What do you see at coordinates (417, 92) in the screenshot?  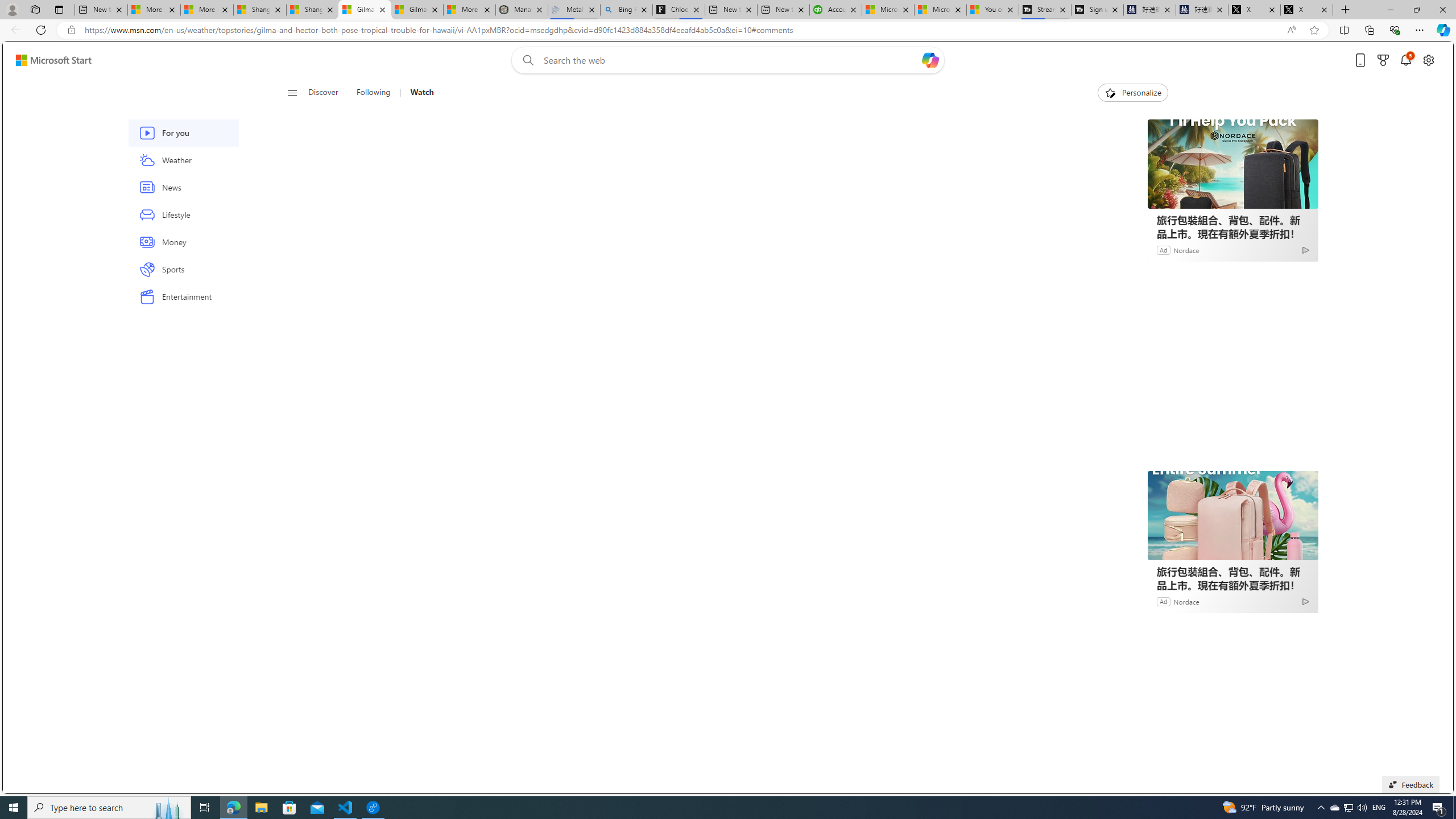 I see `'Watch'` at bounding box center [417, 92].